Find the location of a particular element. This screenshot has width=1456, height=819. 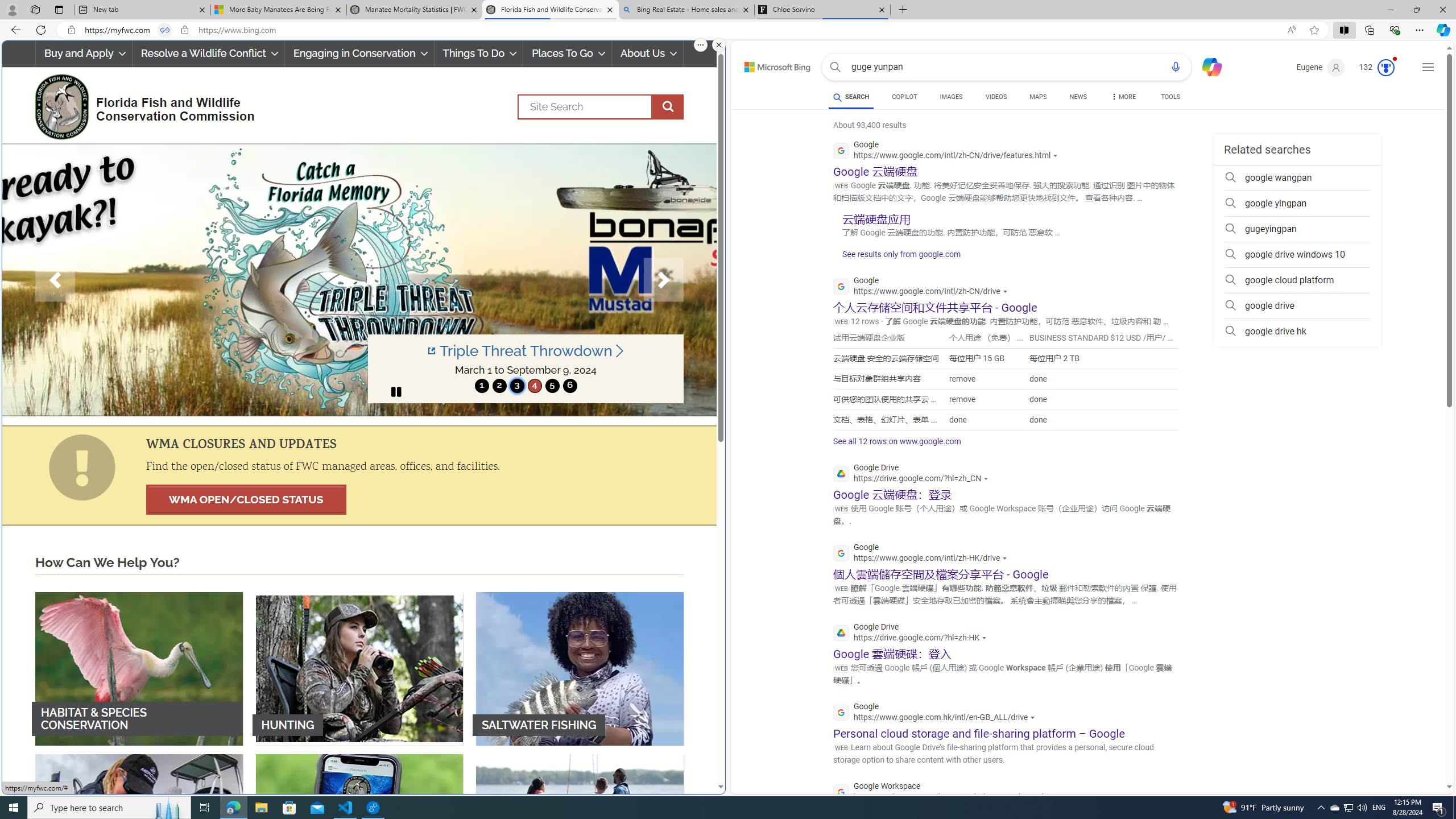

'MORE' is located at coordinates (1123, 98).